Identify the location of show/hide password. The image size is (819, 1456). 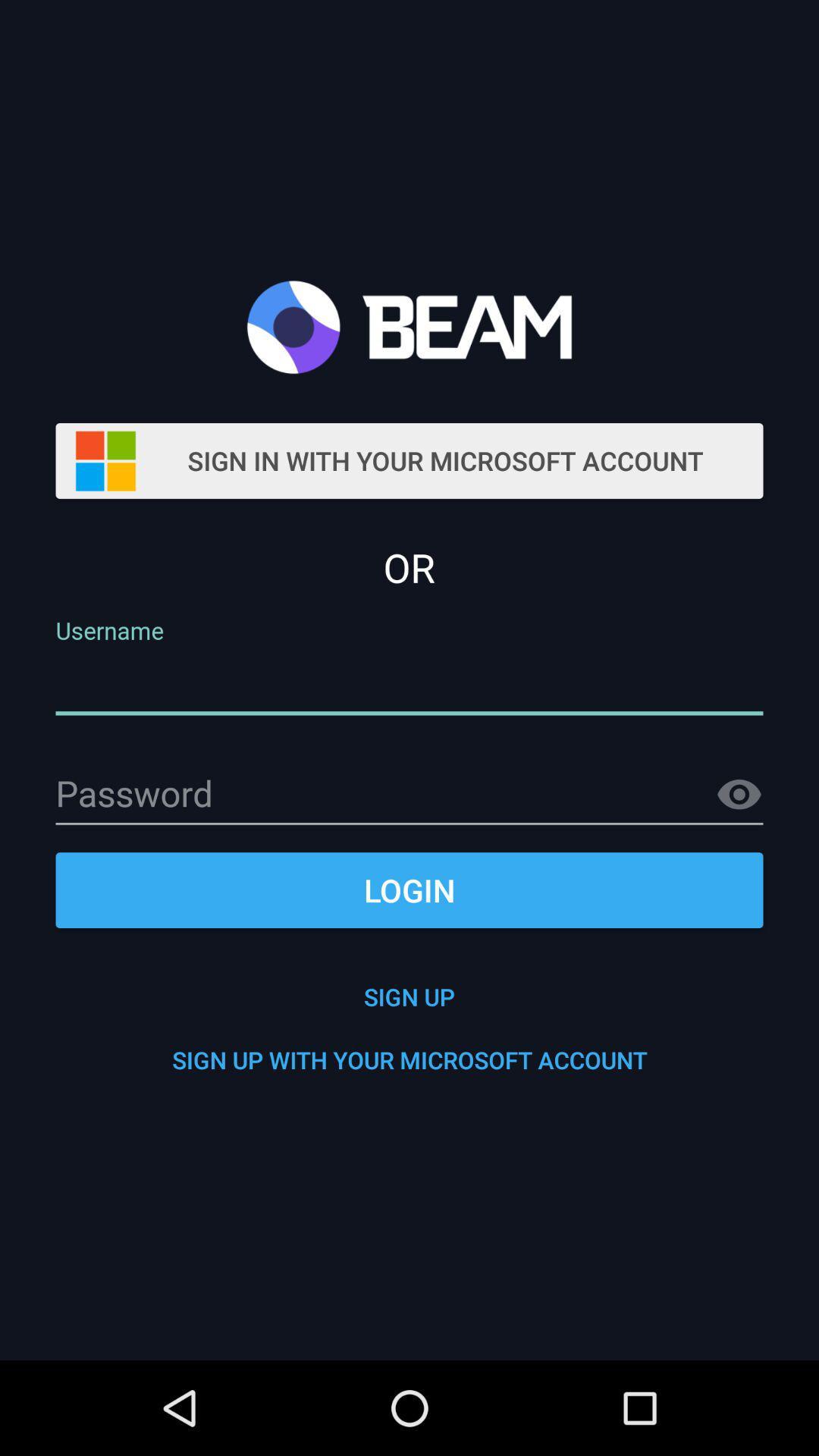
(739, 794).